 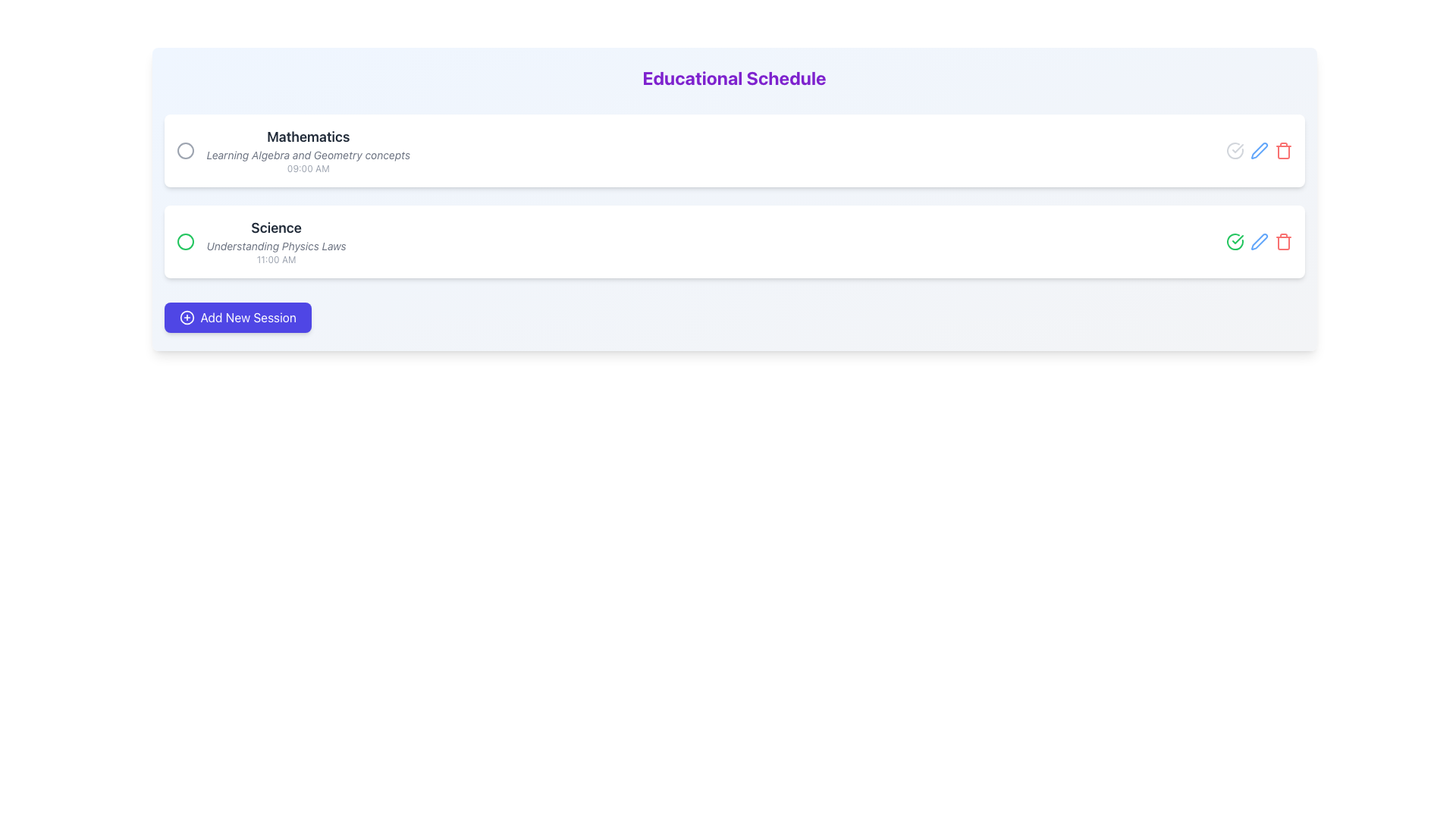 I want to click on the status indication represented by the green circle icon located to the left of the 'Science' session title in the schedule card, so click(x=184, y=241).